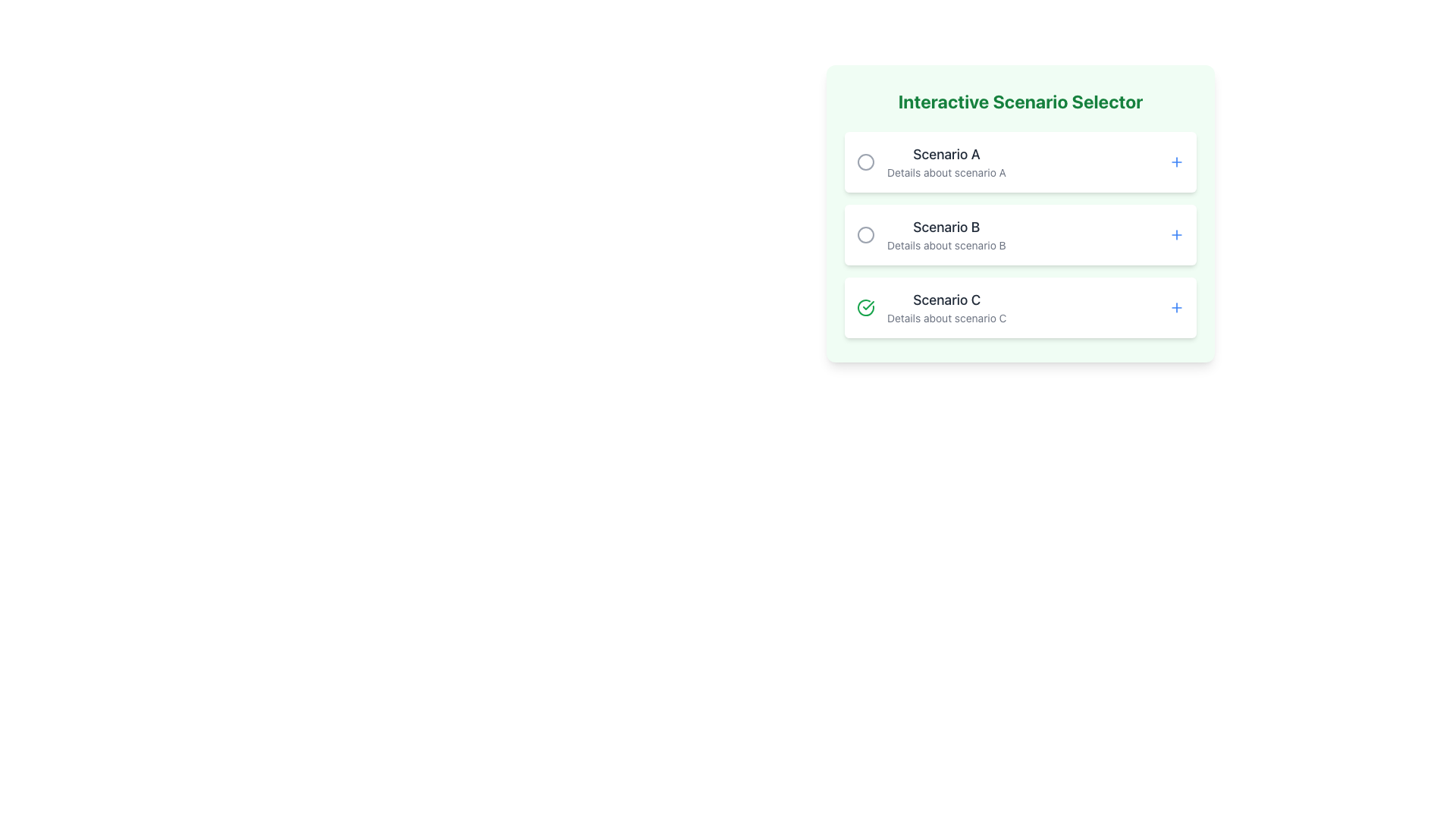 The image size is (1456, 819). I want to click on the description of the selectable list item titled 'Scenario C', so click(930, 307).